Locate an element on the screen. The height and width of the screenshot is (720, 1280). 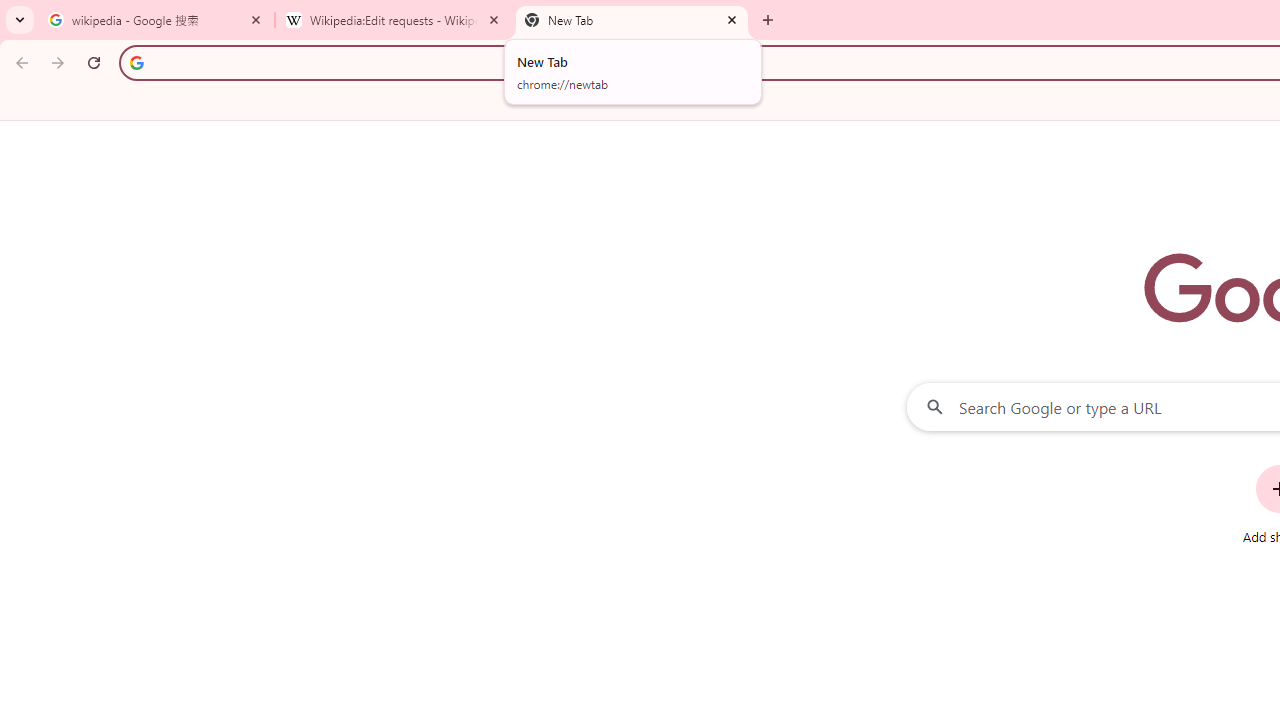
'Wikipedia:Edit requests - Wikipedia' is located at coordinates (394, 20).